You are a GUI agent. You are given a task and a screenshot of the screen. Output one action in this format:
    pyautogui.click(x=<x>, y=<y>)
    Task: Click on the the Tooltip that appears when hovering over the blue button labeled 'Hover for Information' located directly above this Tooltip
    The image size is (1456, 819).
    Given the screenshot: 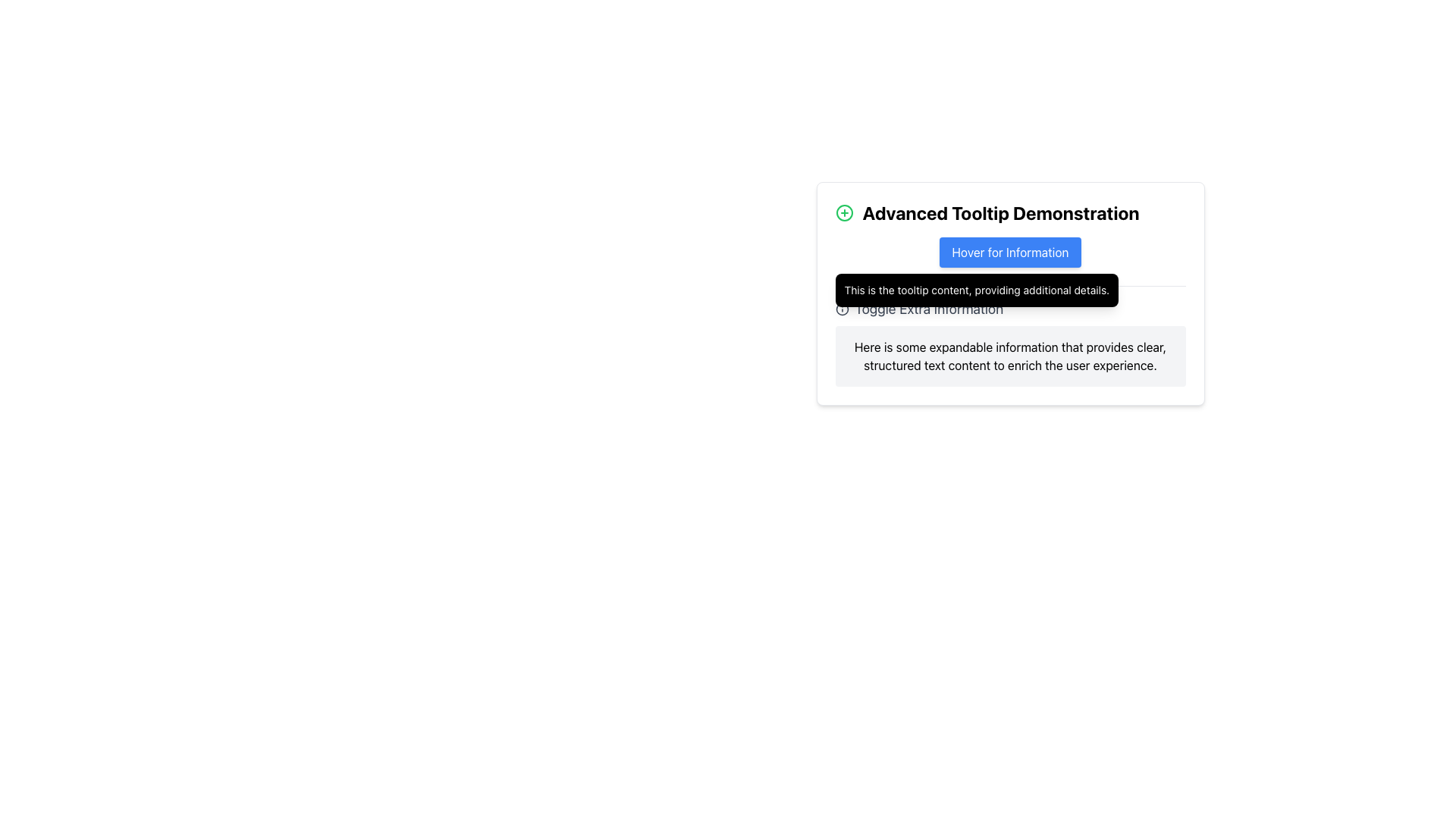 What is the action you would take?
    pyautogui.click(x=977, y=290)
    